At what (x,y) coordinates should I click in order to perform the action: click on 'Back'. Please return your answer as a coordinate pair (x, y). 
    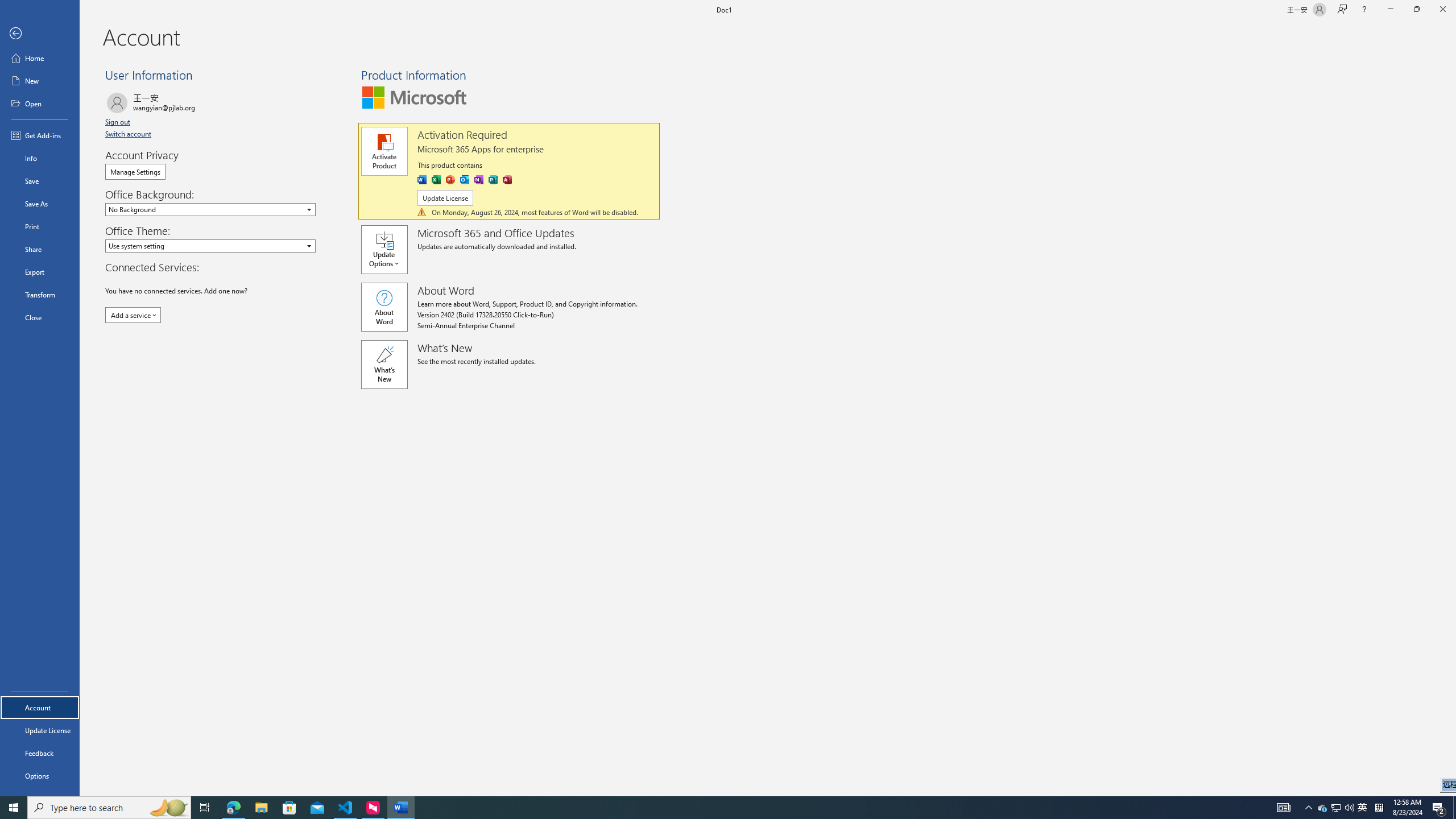
    Looking at the image, I should click on (39, 33).